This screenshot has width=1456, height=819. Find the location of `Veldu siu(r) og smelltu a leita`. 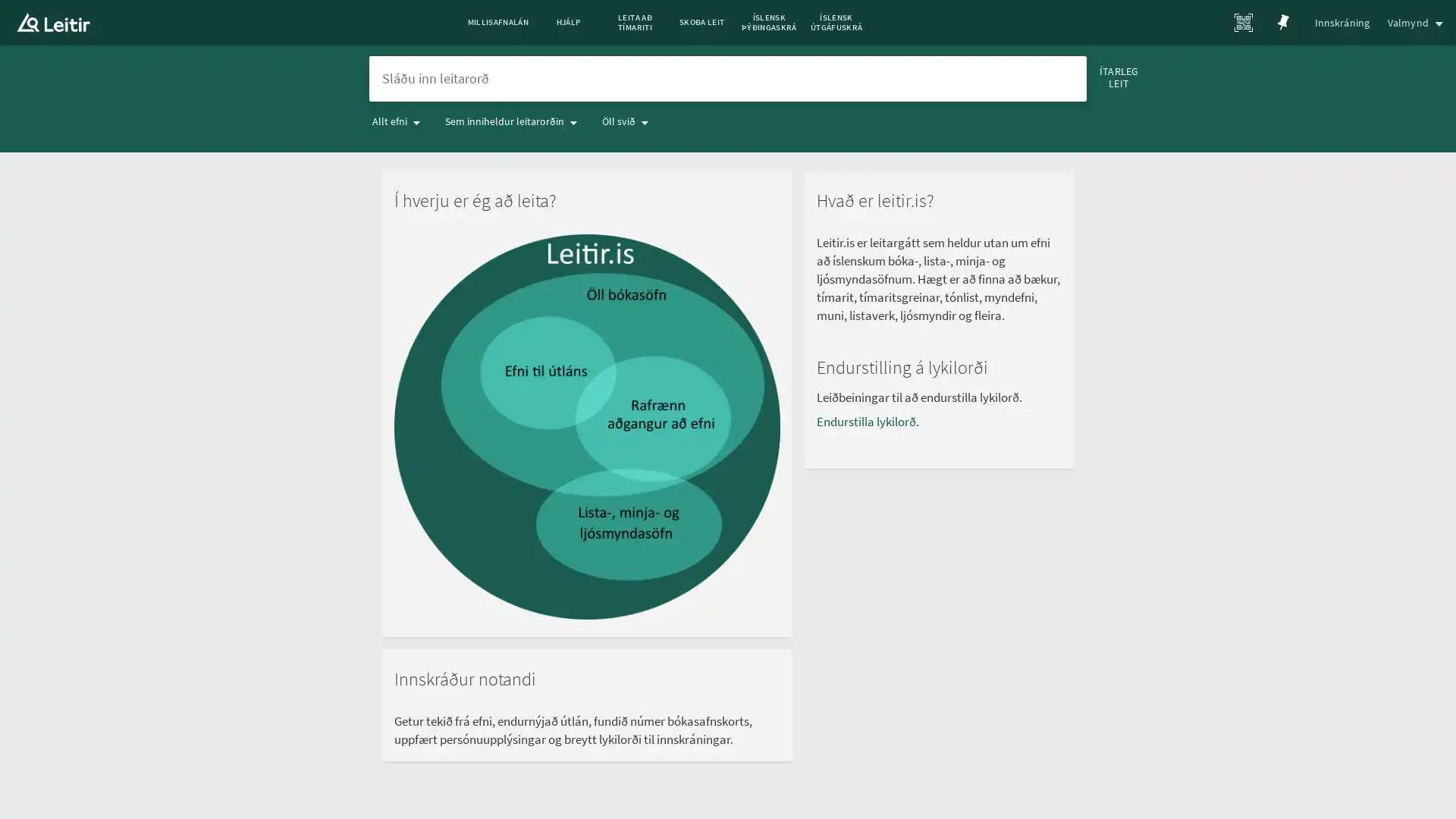

Veldu siu(r) og smelltu a leita is located at coordinates (1065, 84).